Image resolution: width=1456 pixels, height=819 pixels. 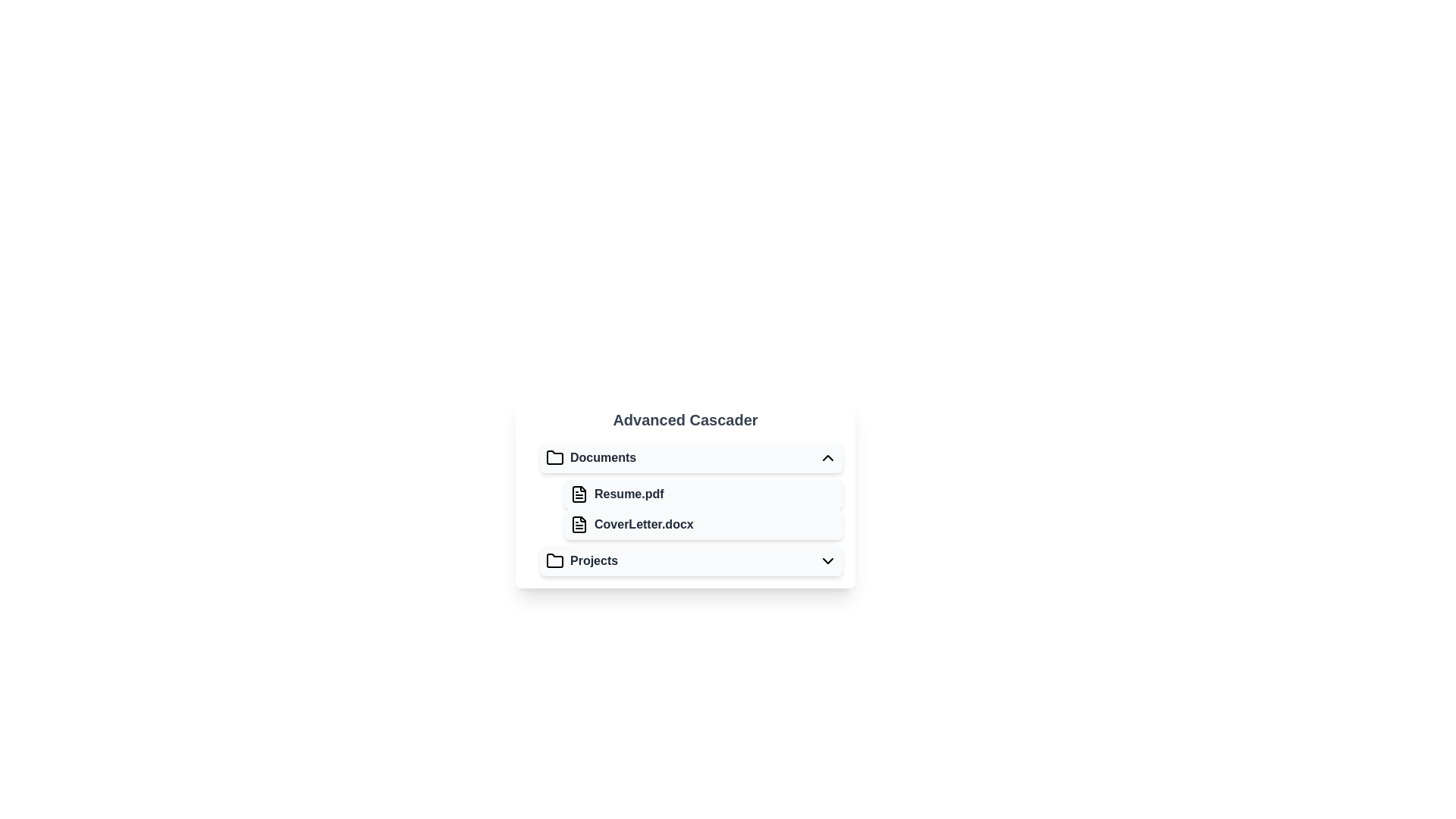 What do you see at coordinates (827, 561) in the screenshot?
I see `the downward-pointing chevron icon located to the far right of the 'Projects' section in the dropdown card` at bounding box center [827, 561].